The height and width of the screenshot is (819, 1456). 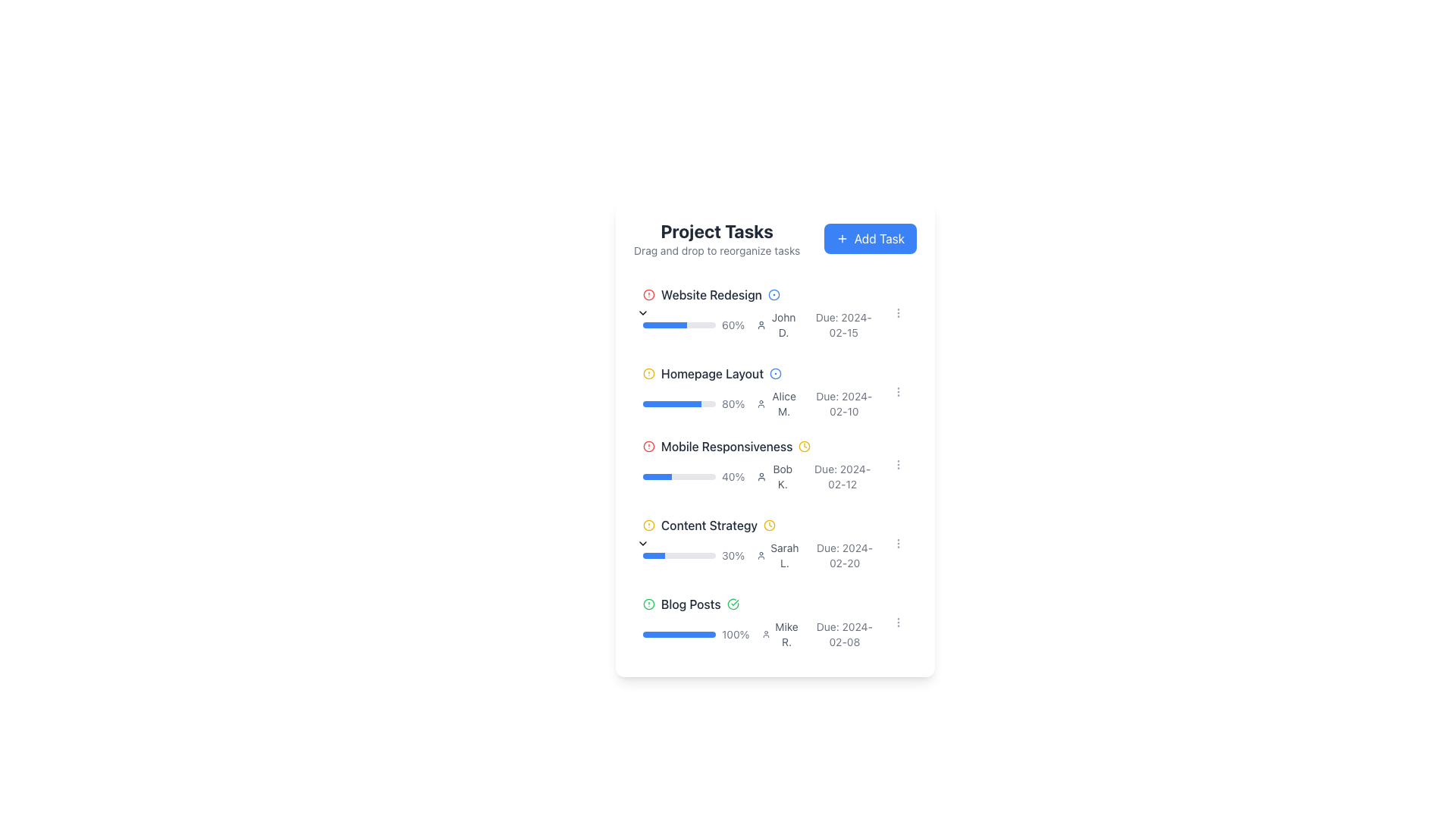 I want to click on text that indicates the person assigned to the task, located in the 'Blog Posts' task row to the right of the task progress bar, so click(x=780, y=635).